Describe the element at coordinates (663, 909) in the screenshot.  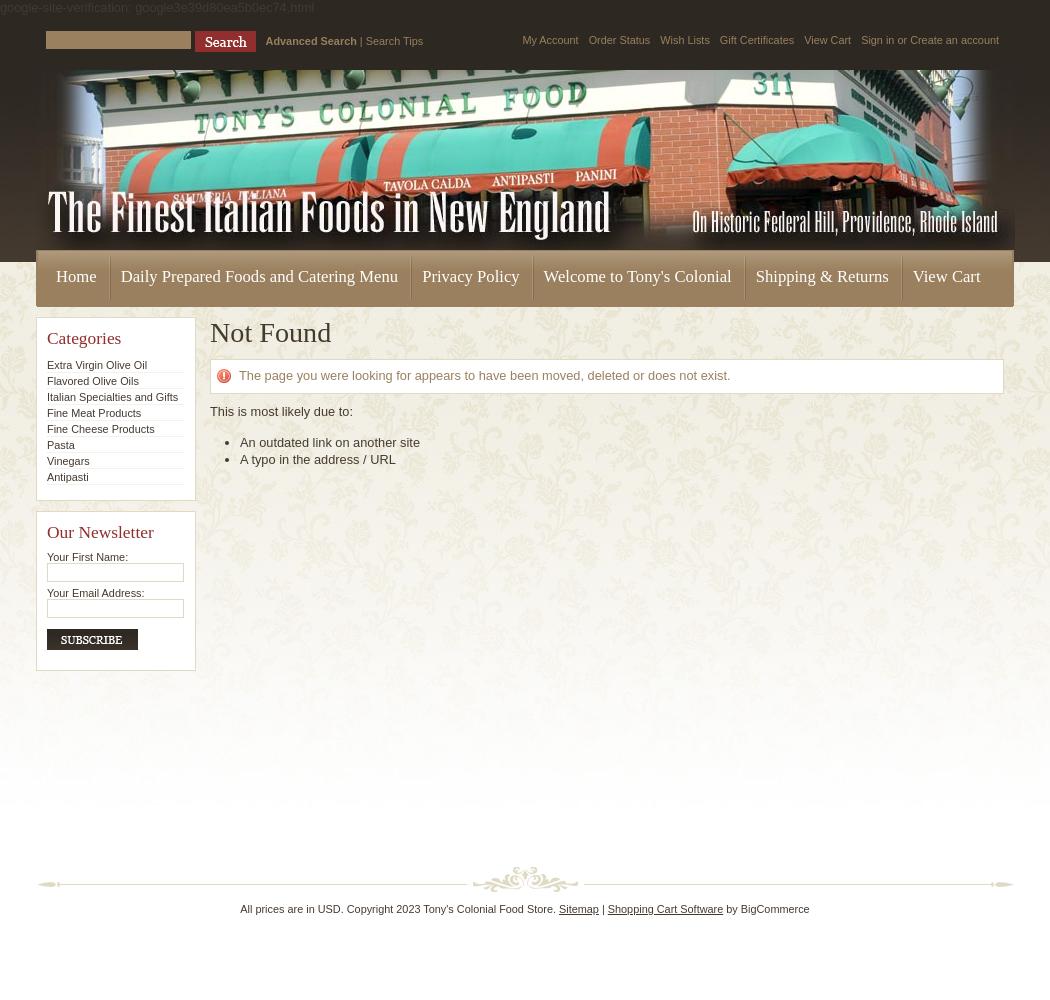
I see `'Shopping Cart Software'` at that location.